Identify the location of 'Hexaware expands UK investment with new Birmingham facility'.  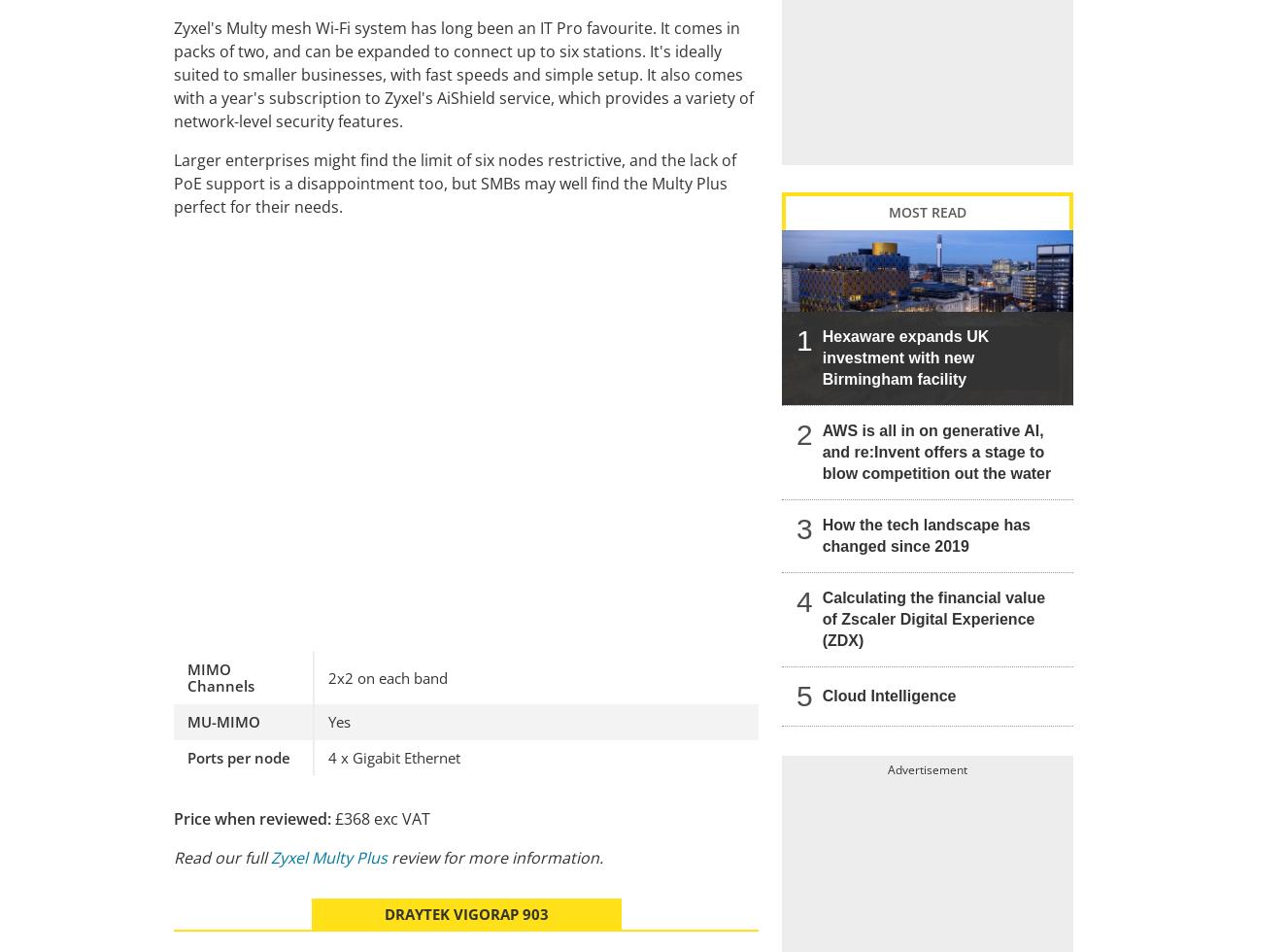
(904, 357).